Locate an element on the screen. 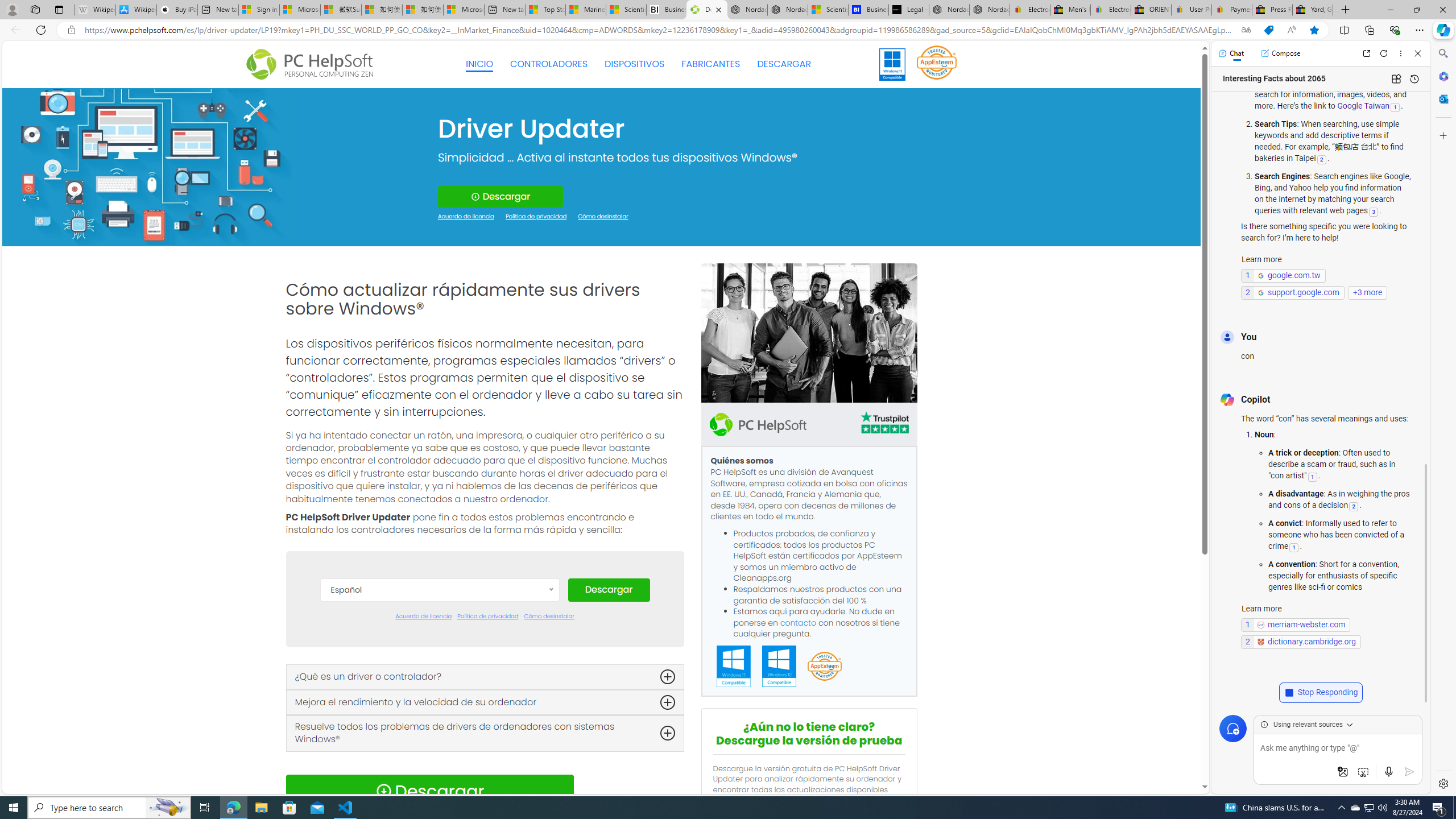 Image resolution: width=1456 pixels, height=819 pixels. 'Download Icon Descargar' is located at coordinates (429, 791).